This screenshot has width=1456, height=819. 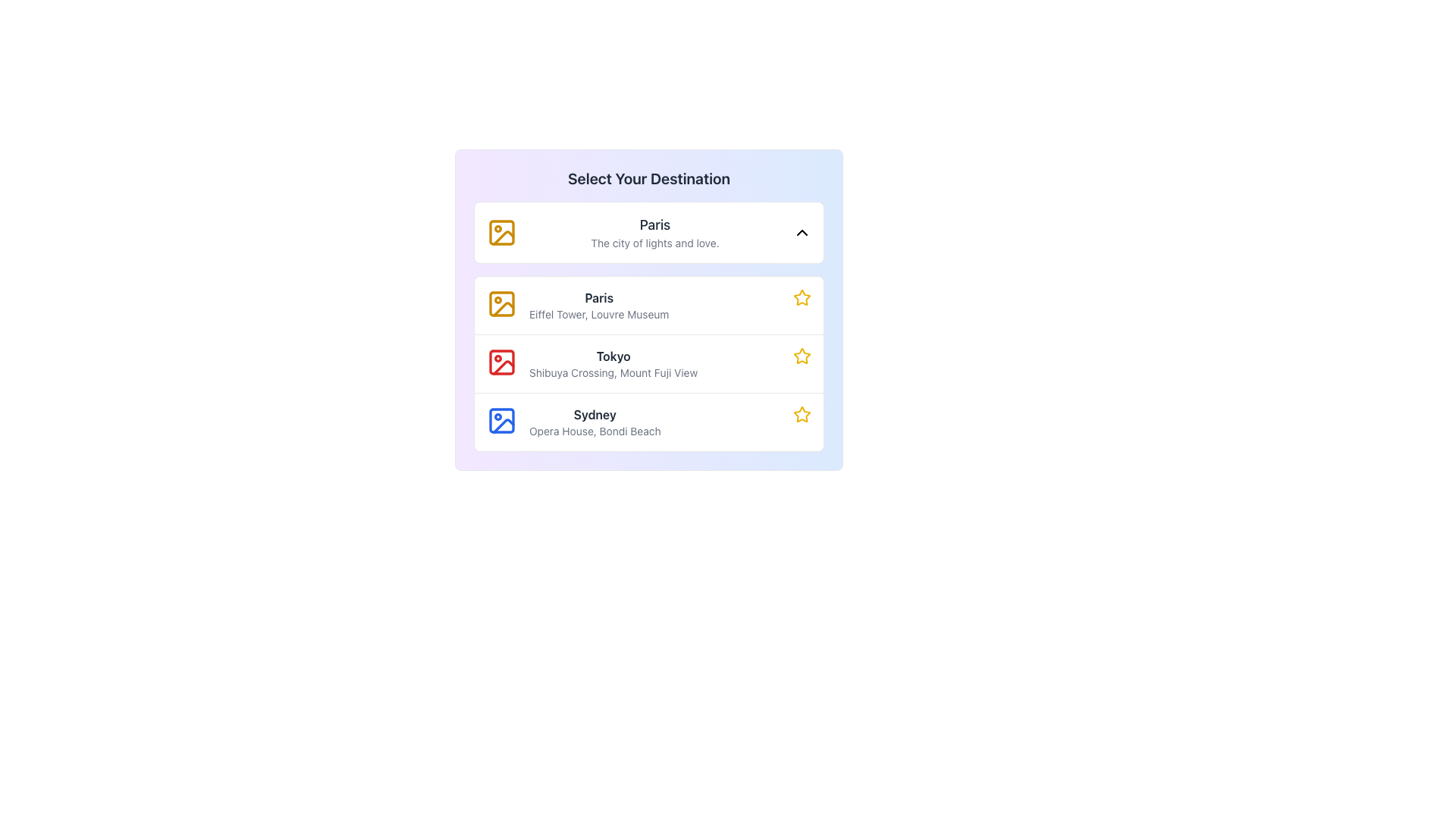 What do you see at coordinates (594, 422) in the screenshot?
I see `the text label displaying 'Sydney' in a vertical list of destinations` at bounding box center [594, 422].